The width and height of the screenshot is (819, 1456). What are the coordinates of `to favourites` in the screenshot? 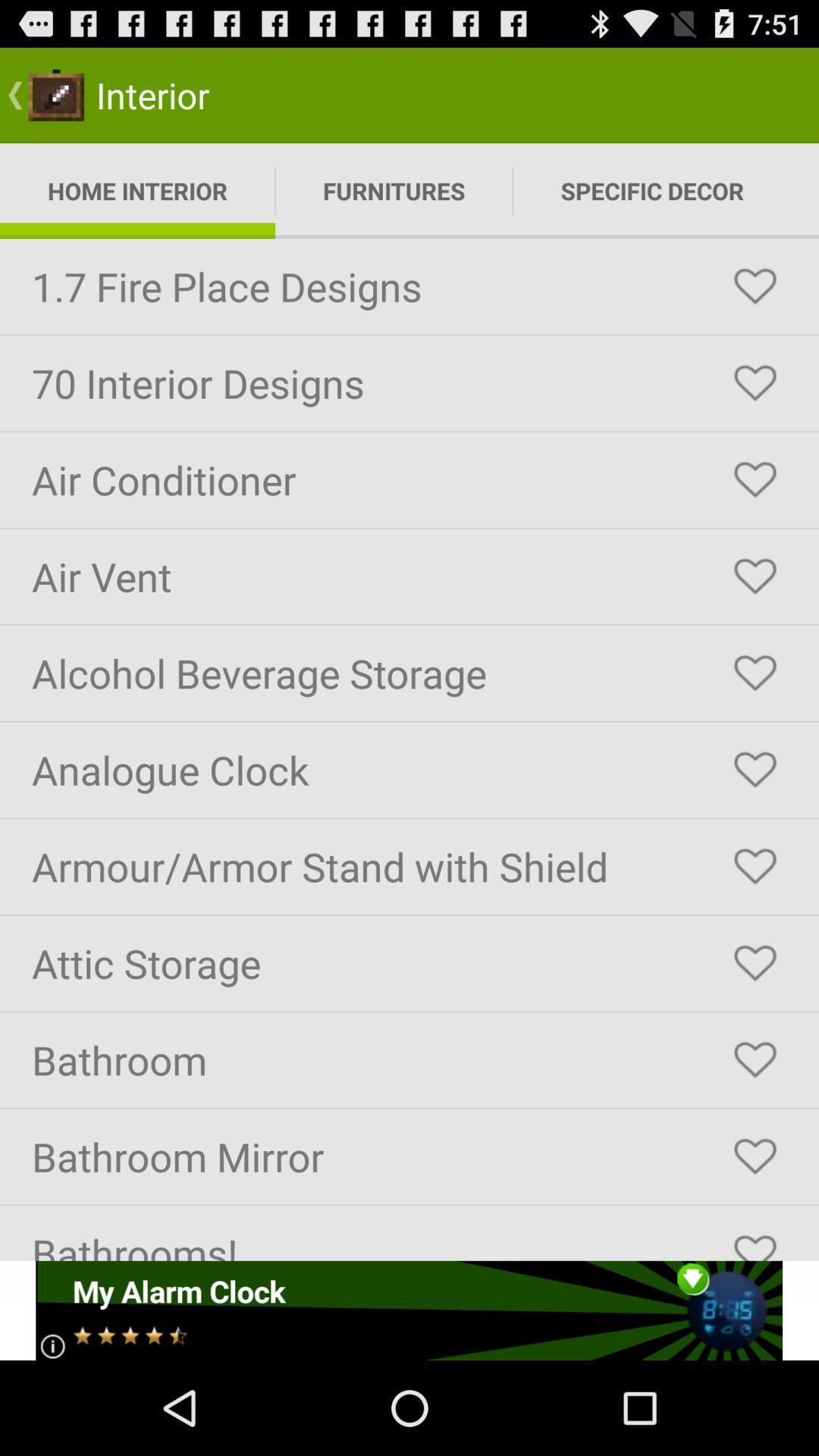 It's located at (755, 287).